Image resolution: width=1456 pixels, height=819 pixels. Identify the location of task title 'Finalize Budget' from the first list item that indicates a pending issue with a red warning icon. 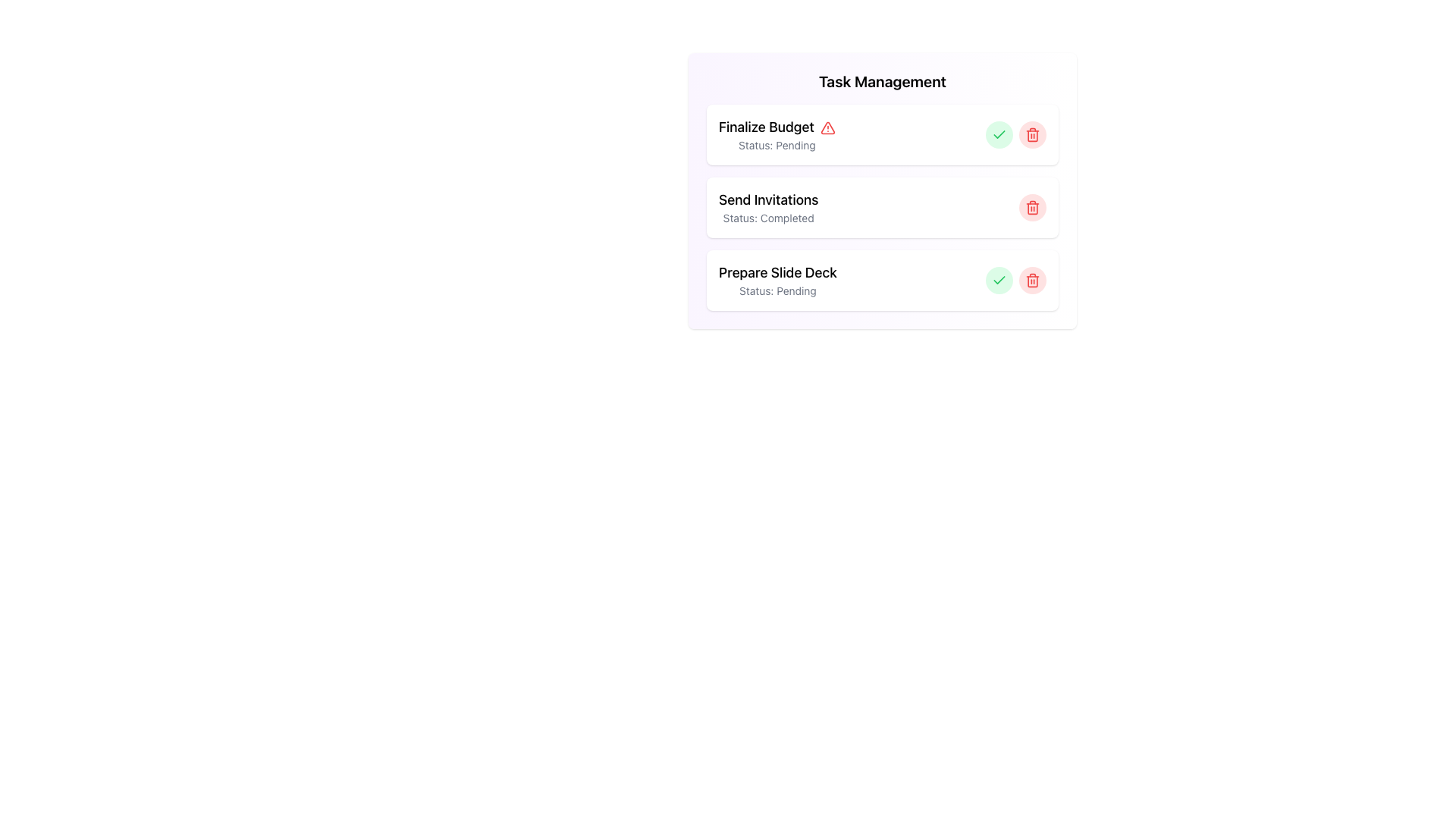
(777, 133).